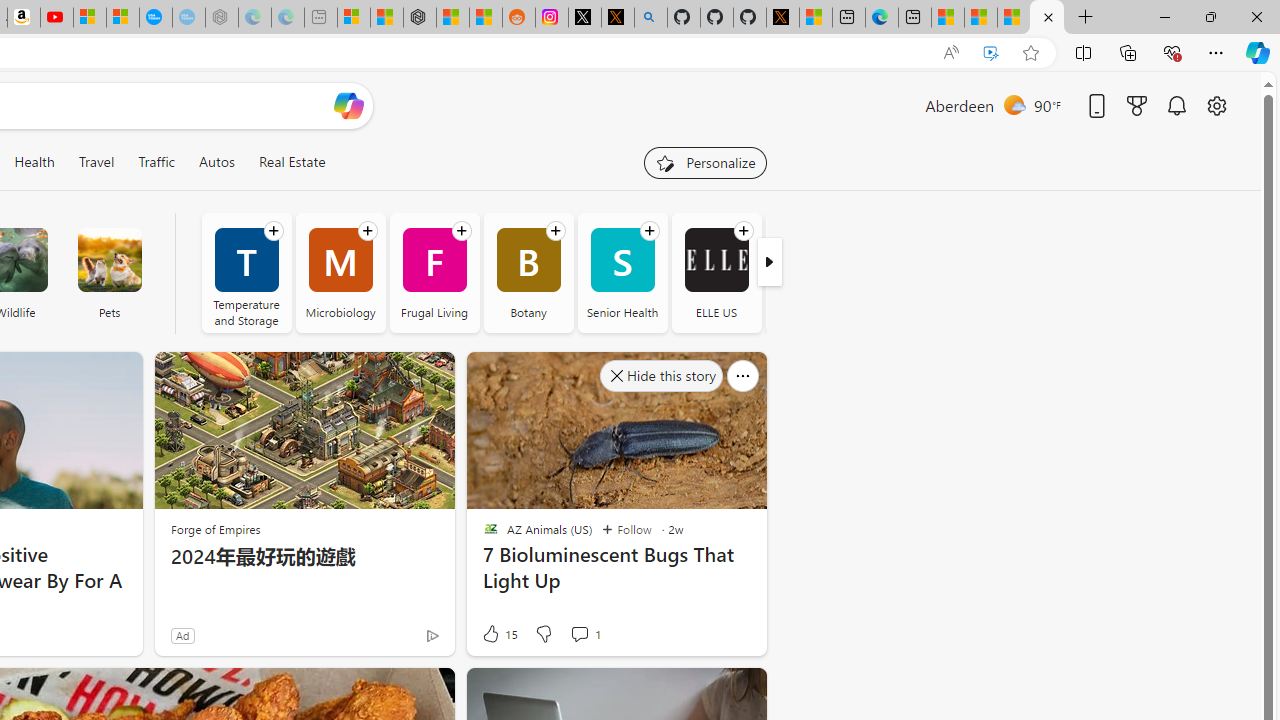 The width and height of the screenshot is (1280, 720). I want to click on 'Mostly sunny', so click(1014, 104).